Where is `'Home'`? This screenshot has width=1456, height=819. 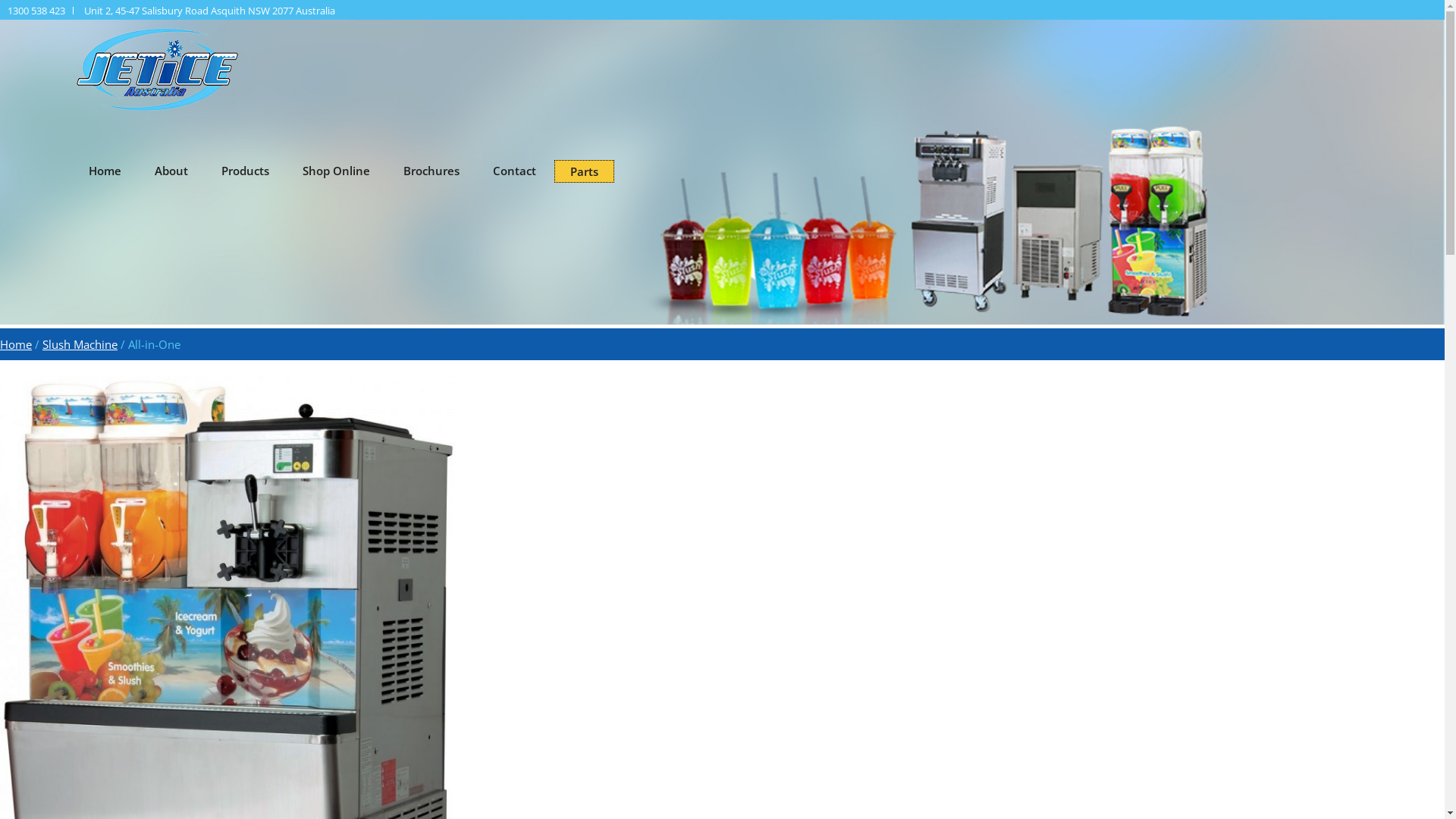 'Home' is located at coordinates (15, 344).